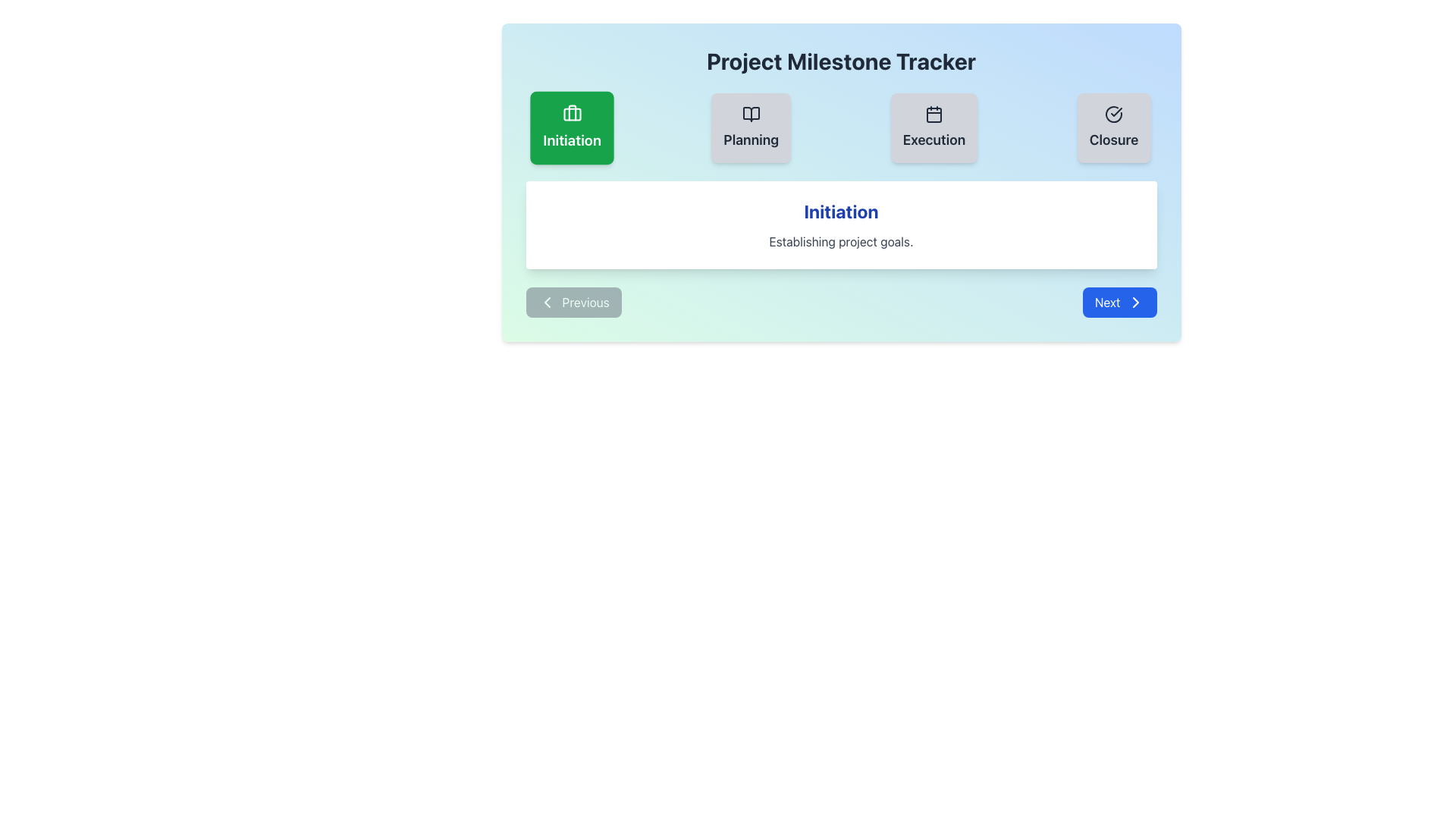 Image resolution: width=1456 pixels, height=819 pixels. I want to click on the chevron icon within the 'Next' button located at the bottom-right corner of the interface, so click(1135, 302).